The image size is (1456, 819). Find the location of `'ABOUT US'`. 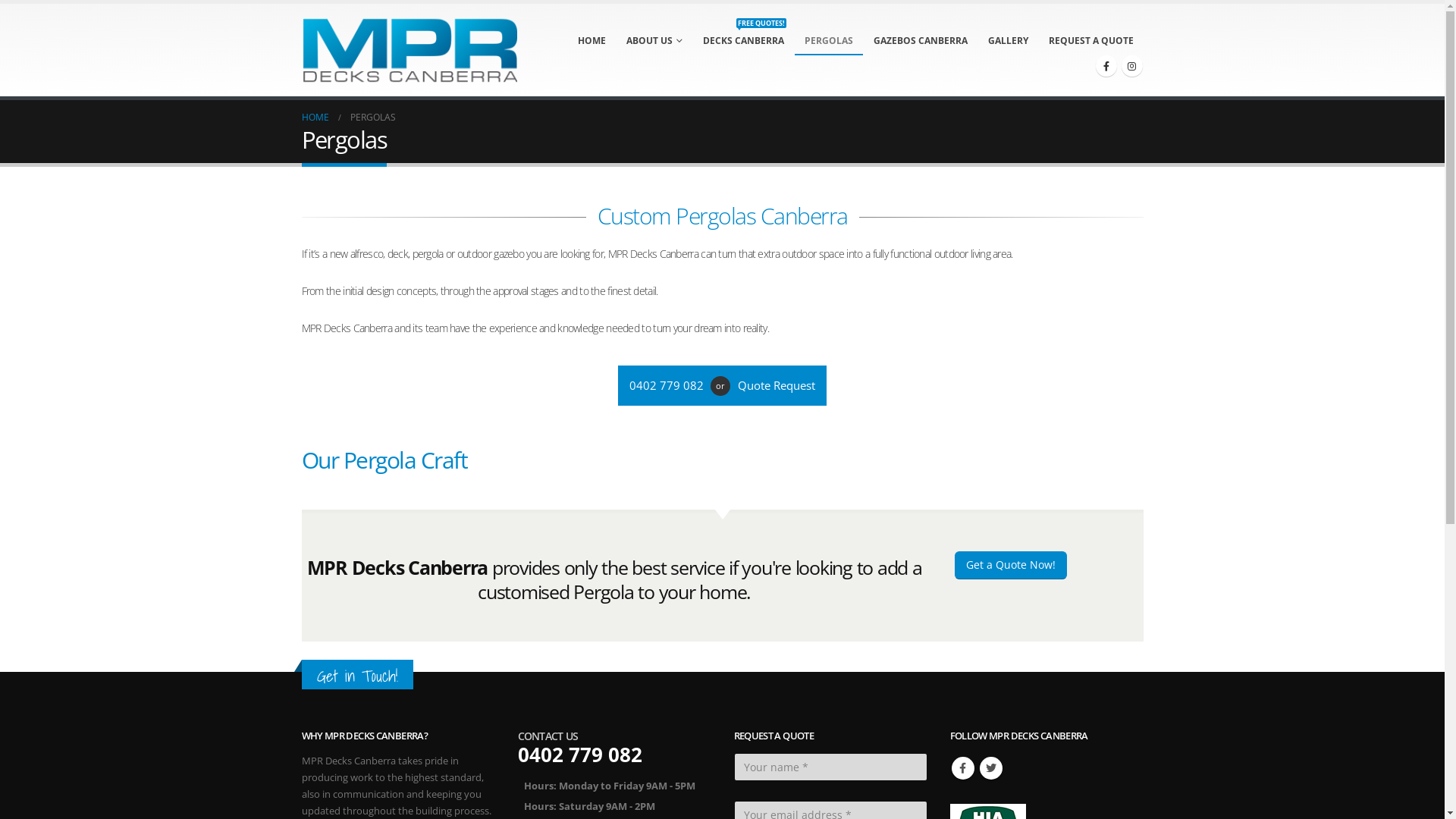

'ABOUT US' is located at coordinates (654, 39).